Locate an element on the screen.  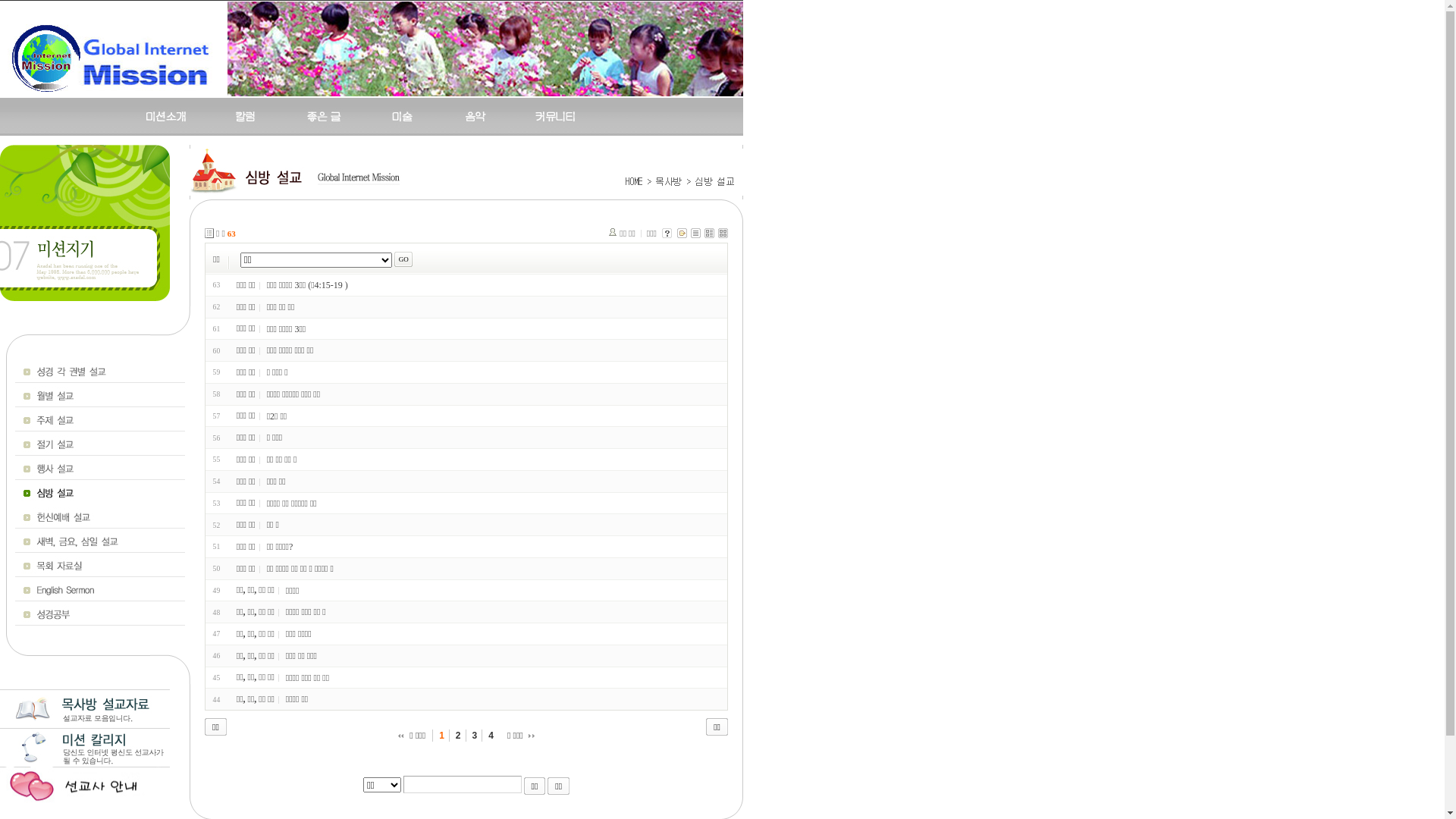
'2' is located at coordinates (458, 734).